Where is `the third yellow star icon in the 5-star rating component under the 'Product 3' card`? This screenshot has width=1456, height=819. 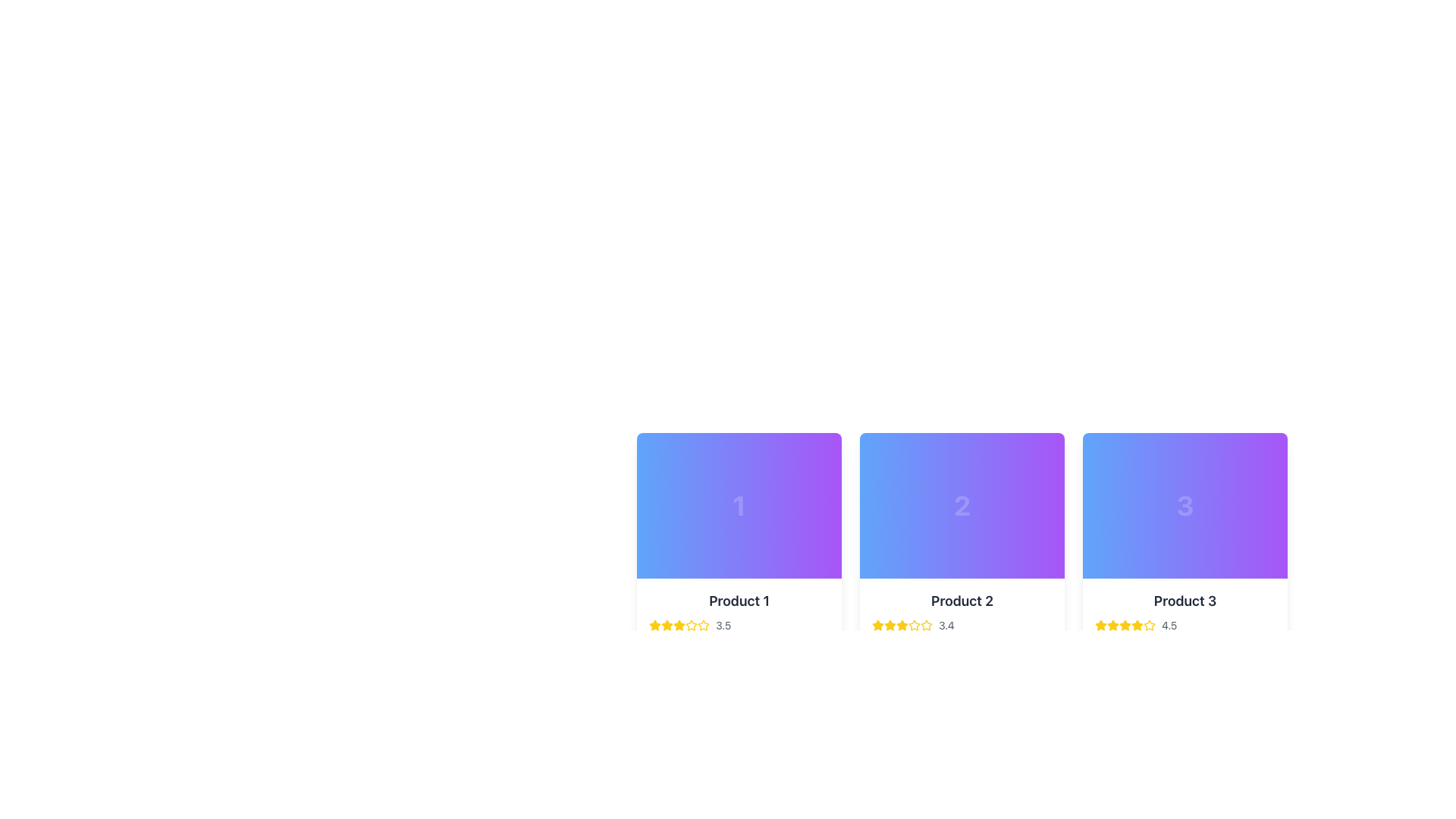
the third yellow star icon in the 5-star rating component under the 'Product 3' card is located at coordinates (1113, 626).